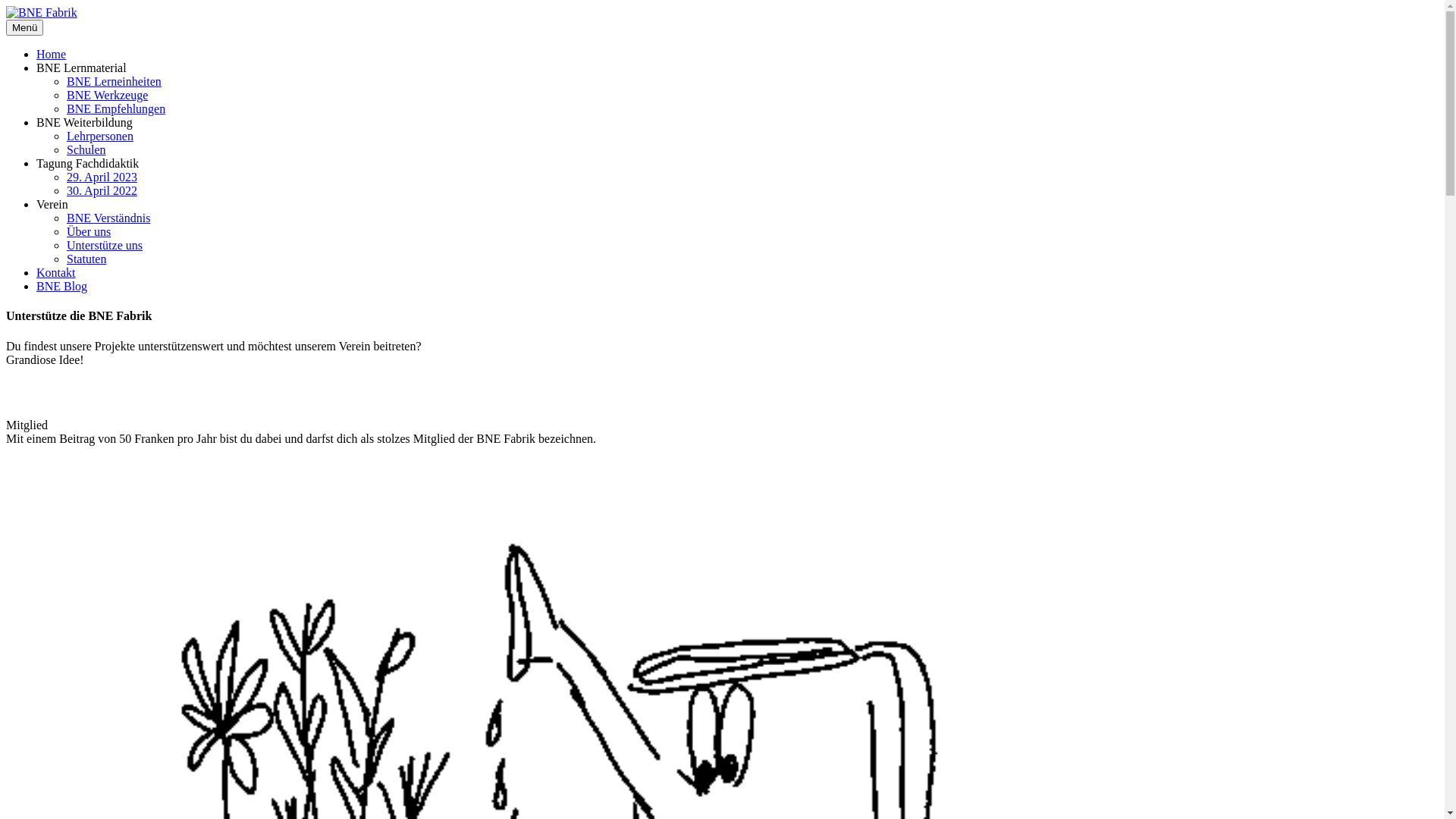 The width and height of the screenshot is (1456, 819). I want to click on 'BNE Blog', so click(61, 286).